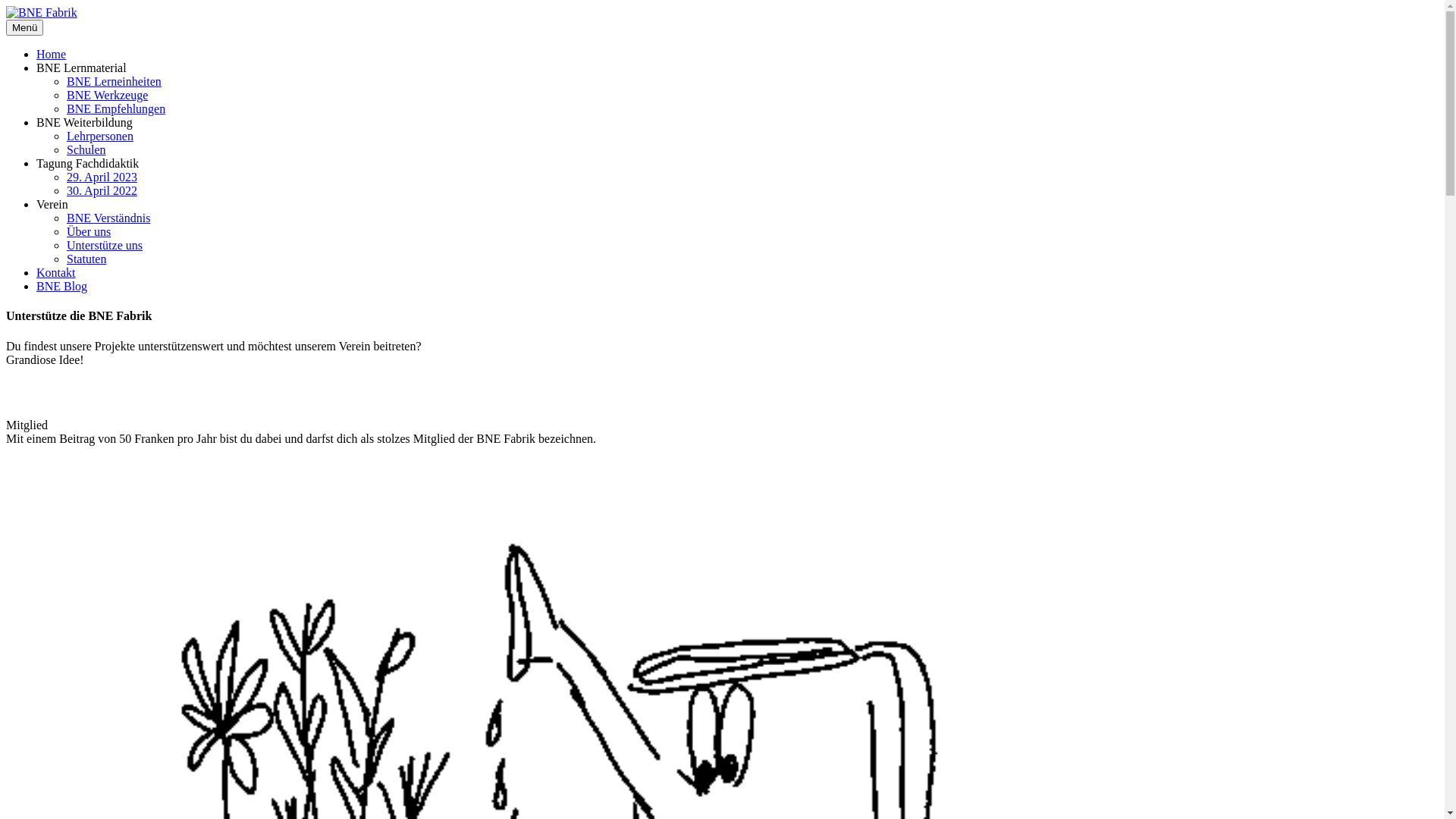 The width and height of the screenshot is (1456, 819). I want to click on 'BNE Blog', so click(61, 286).